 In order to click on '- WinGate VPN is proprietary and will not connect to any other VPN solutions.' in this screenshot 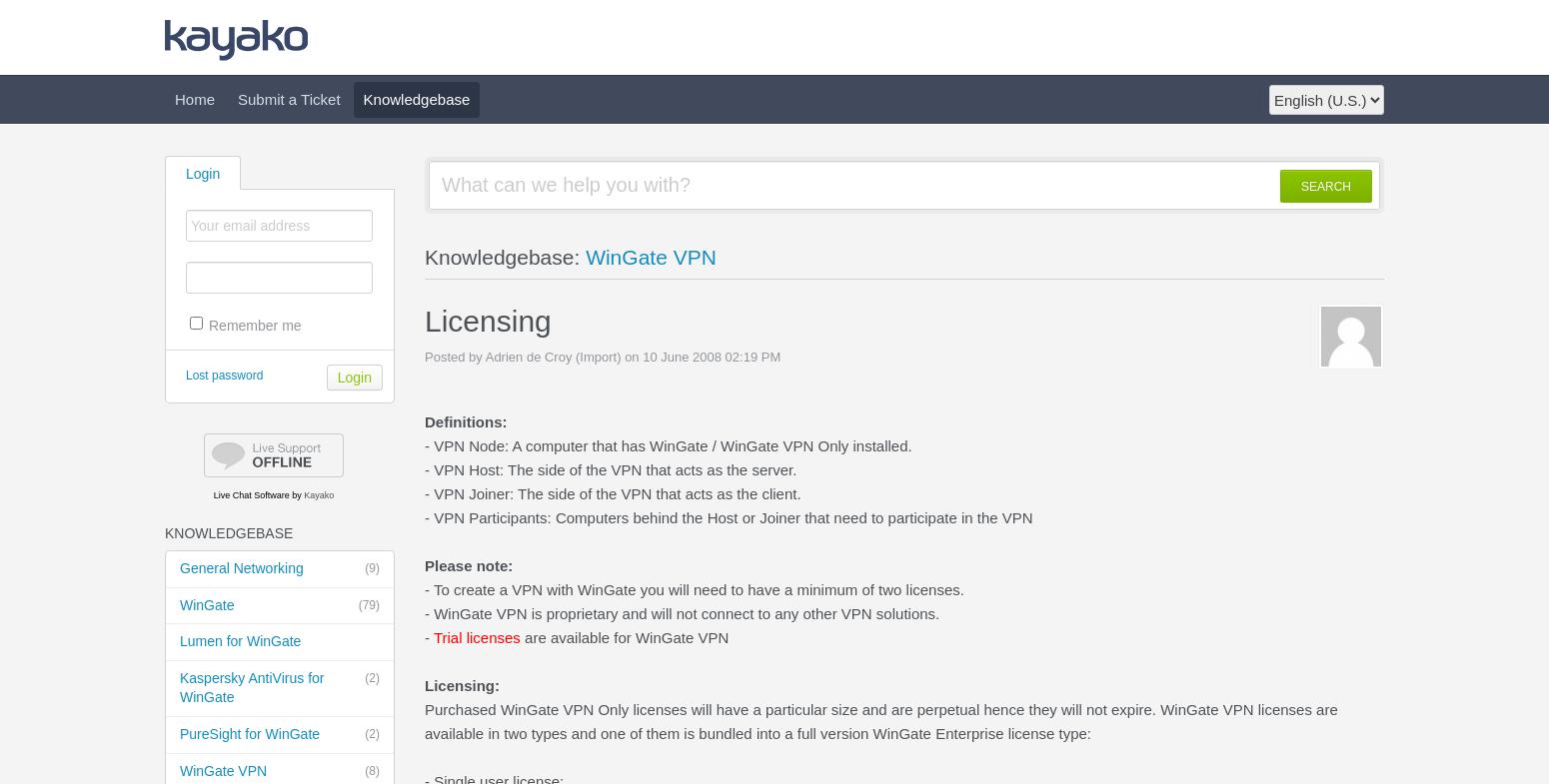, I will do `click(681, 613)`.